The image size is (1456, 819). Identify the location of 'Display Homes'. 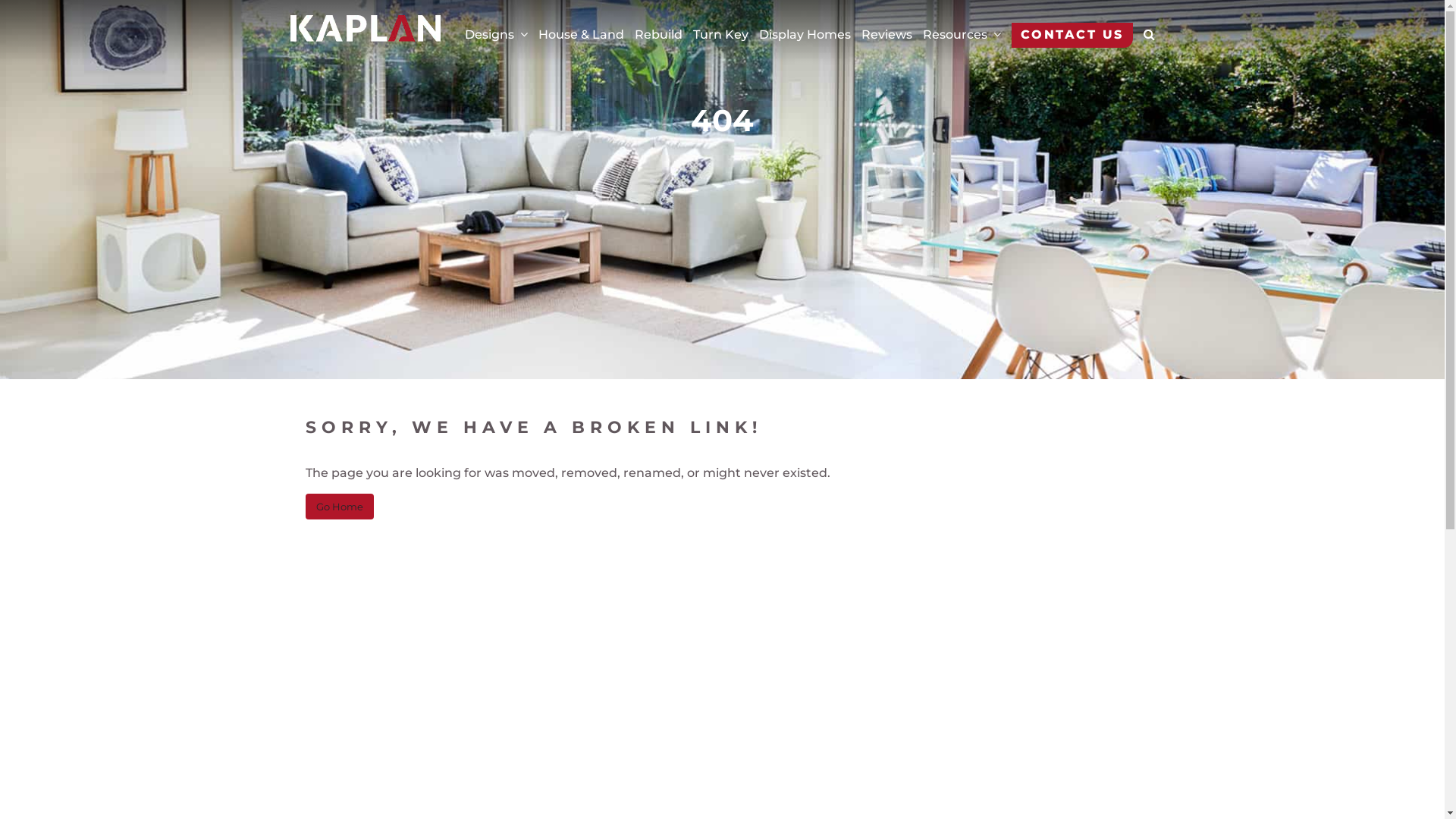
(803, 34).